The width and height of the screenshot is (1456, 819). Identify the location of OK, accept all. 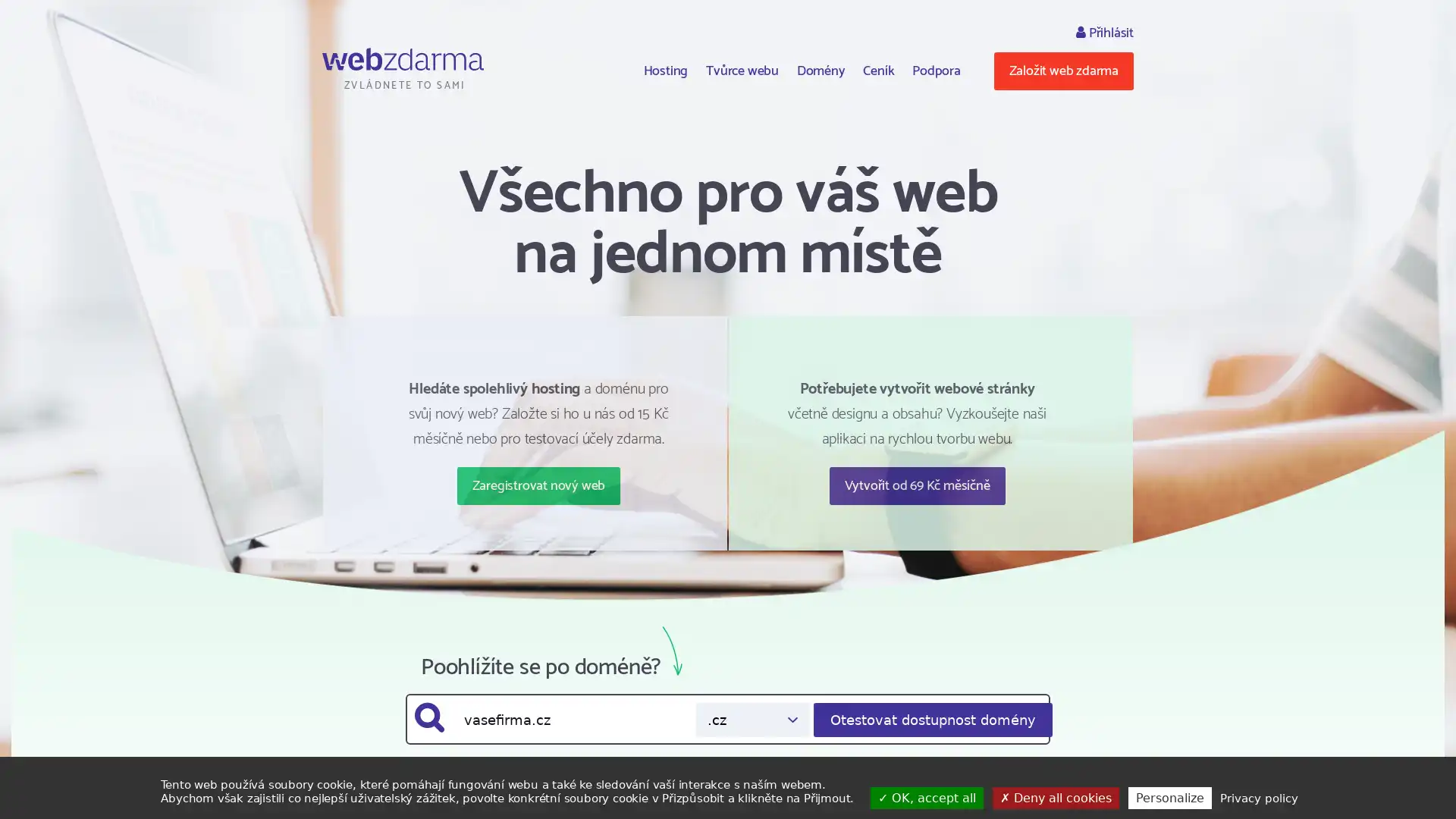
(926, 797).